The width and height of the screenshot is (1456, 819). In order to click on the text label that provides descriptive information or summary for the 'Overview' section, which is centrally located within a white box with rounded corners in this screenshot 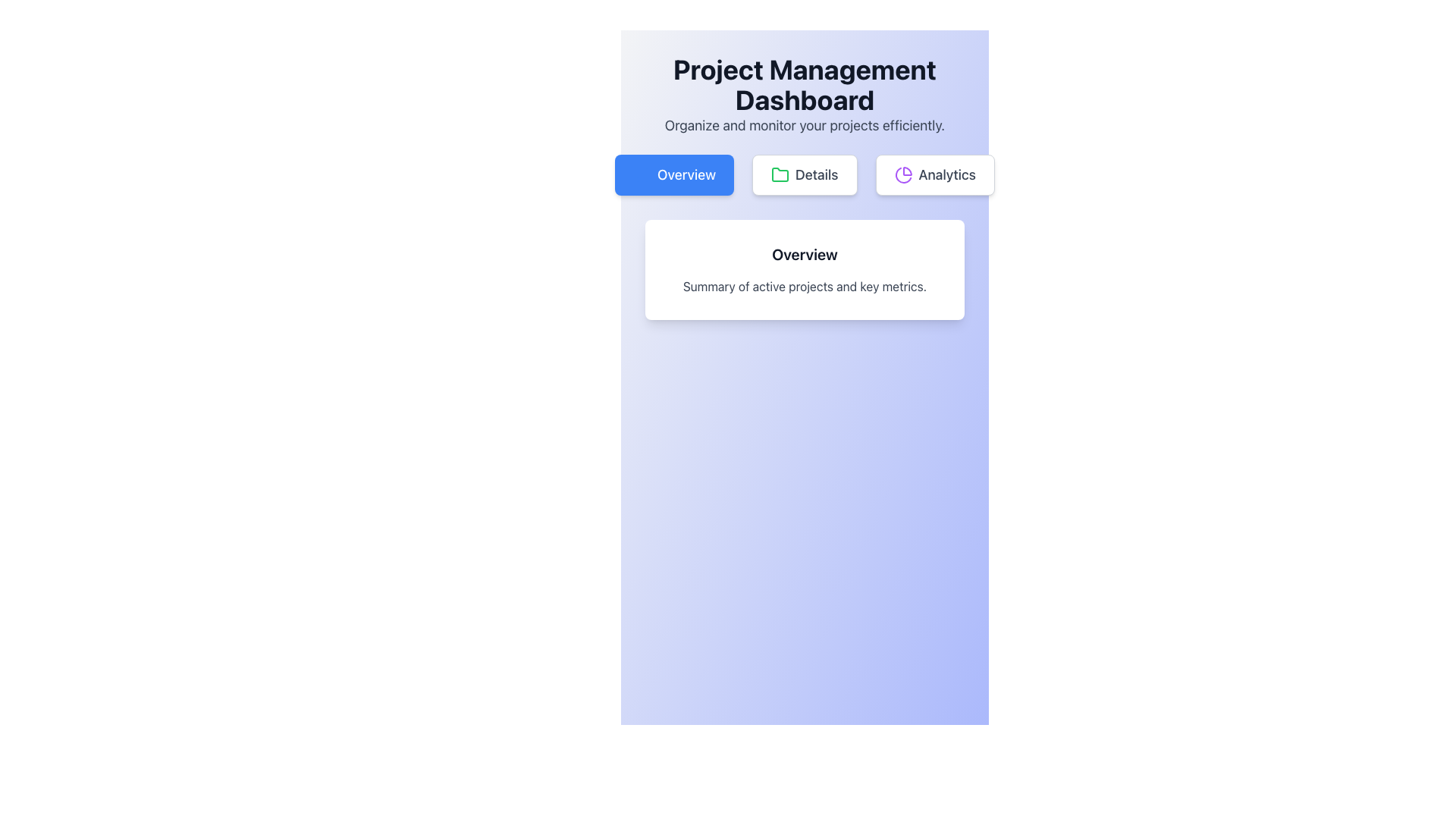, I will do `click(804, 287)`.